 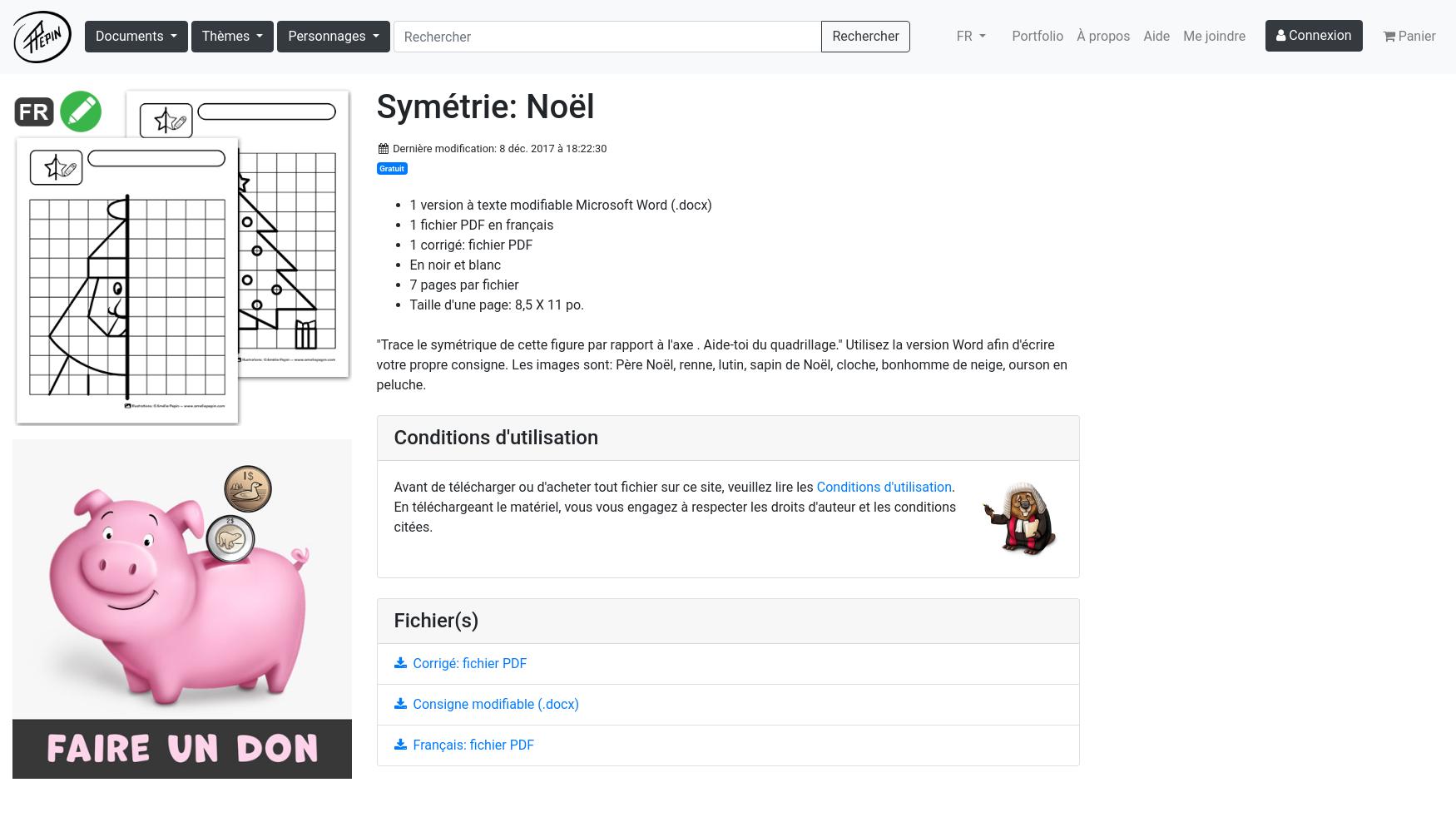 What do you see at coordinates (1012, 36) in the screenshot?
I see `'Portfolio'` at bounding box center [1012, 36].